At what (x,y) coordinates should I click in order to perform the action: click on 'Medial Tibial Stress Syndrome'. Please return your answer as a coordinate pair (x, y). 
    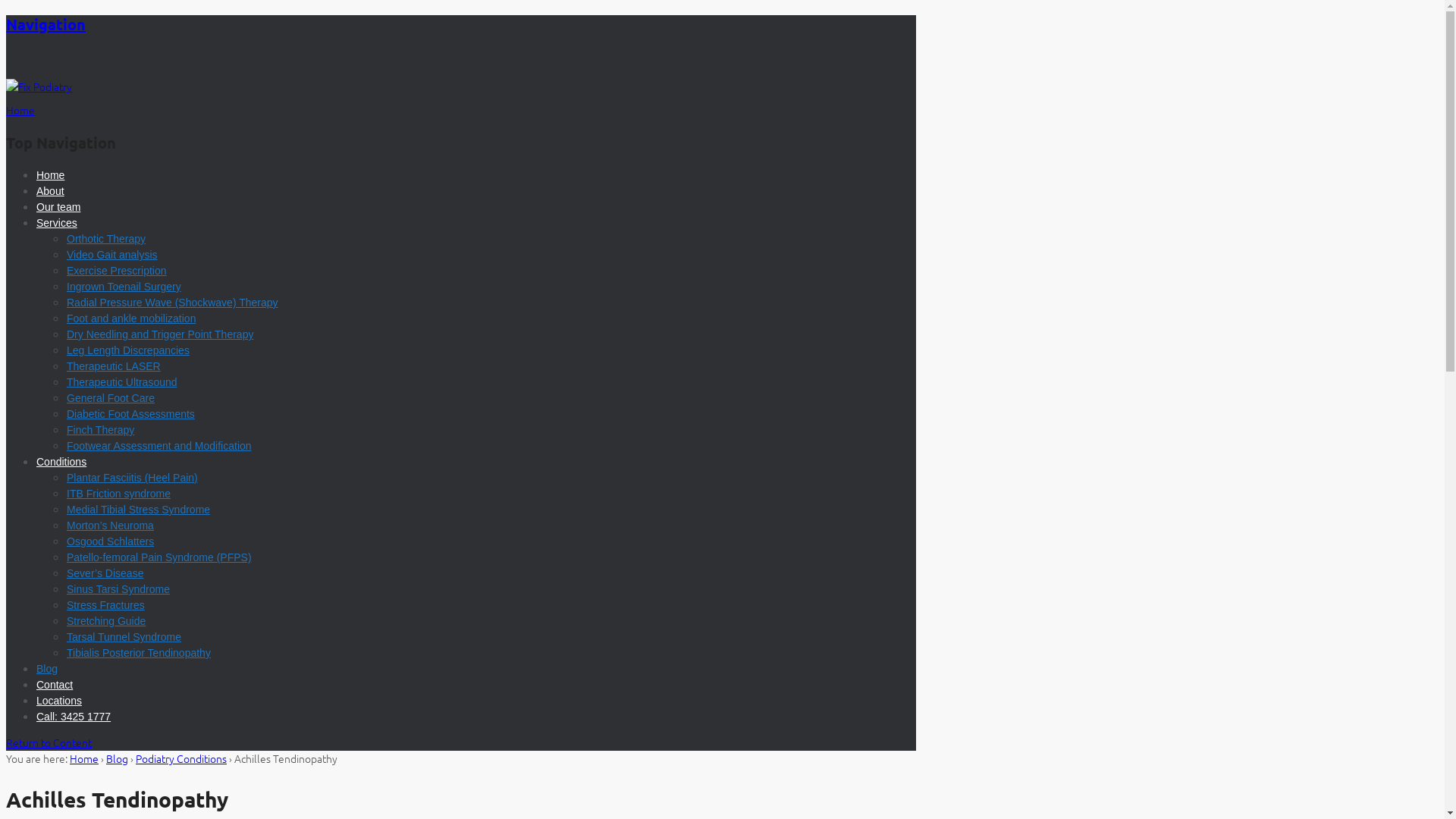
    Looking at the image, I should click on (65, 509).